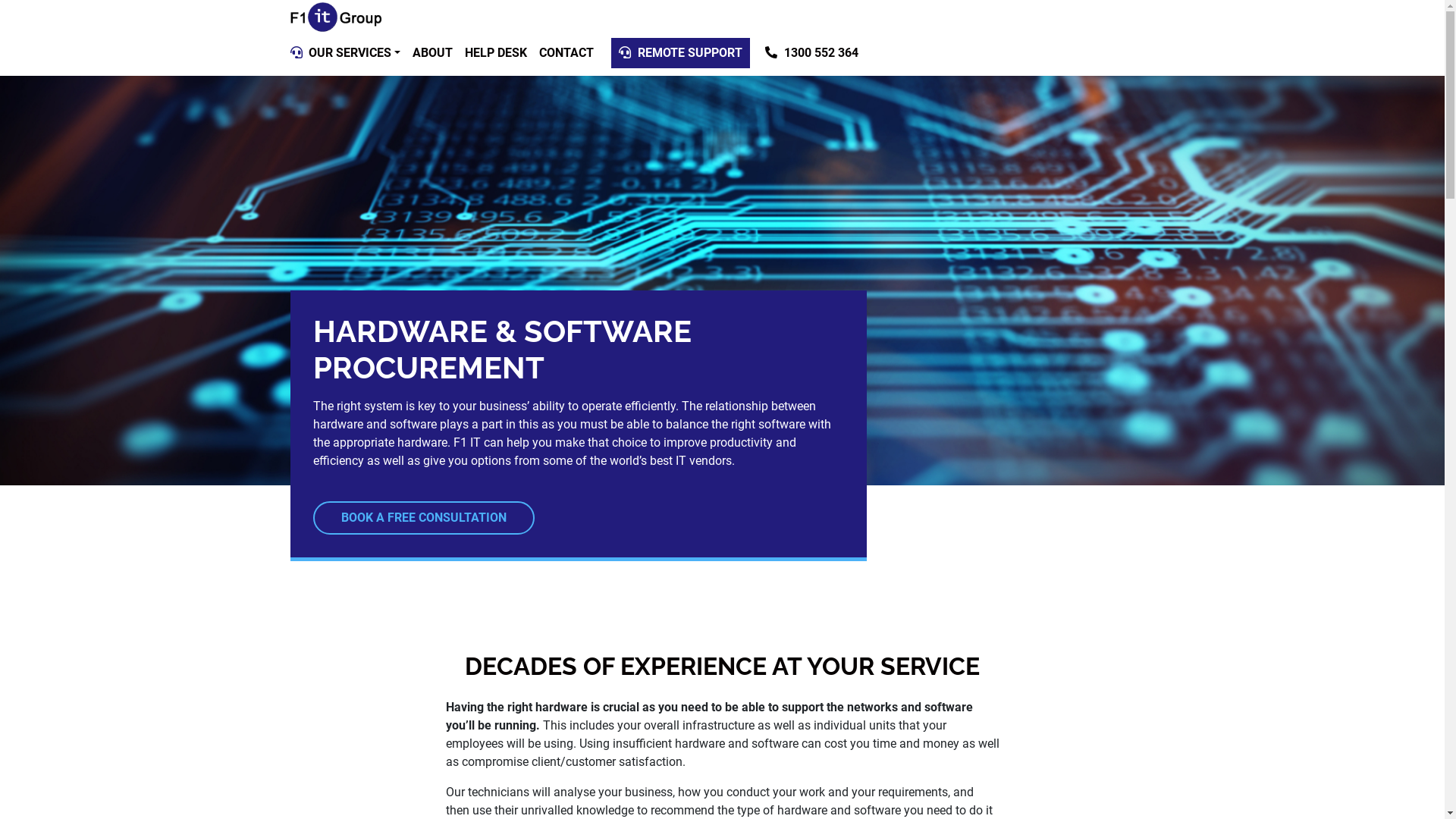 The height and width of the screenshot is (819, 1456). Describe the element at coordinates (334, 17) in the screenshot. I see `'F1 IT Group'` at that location.